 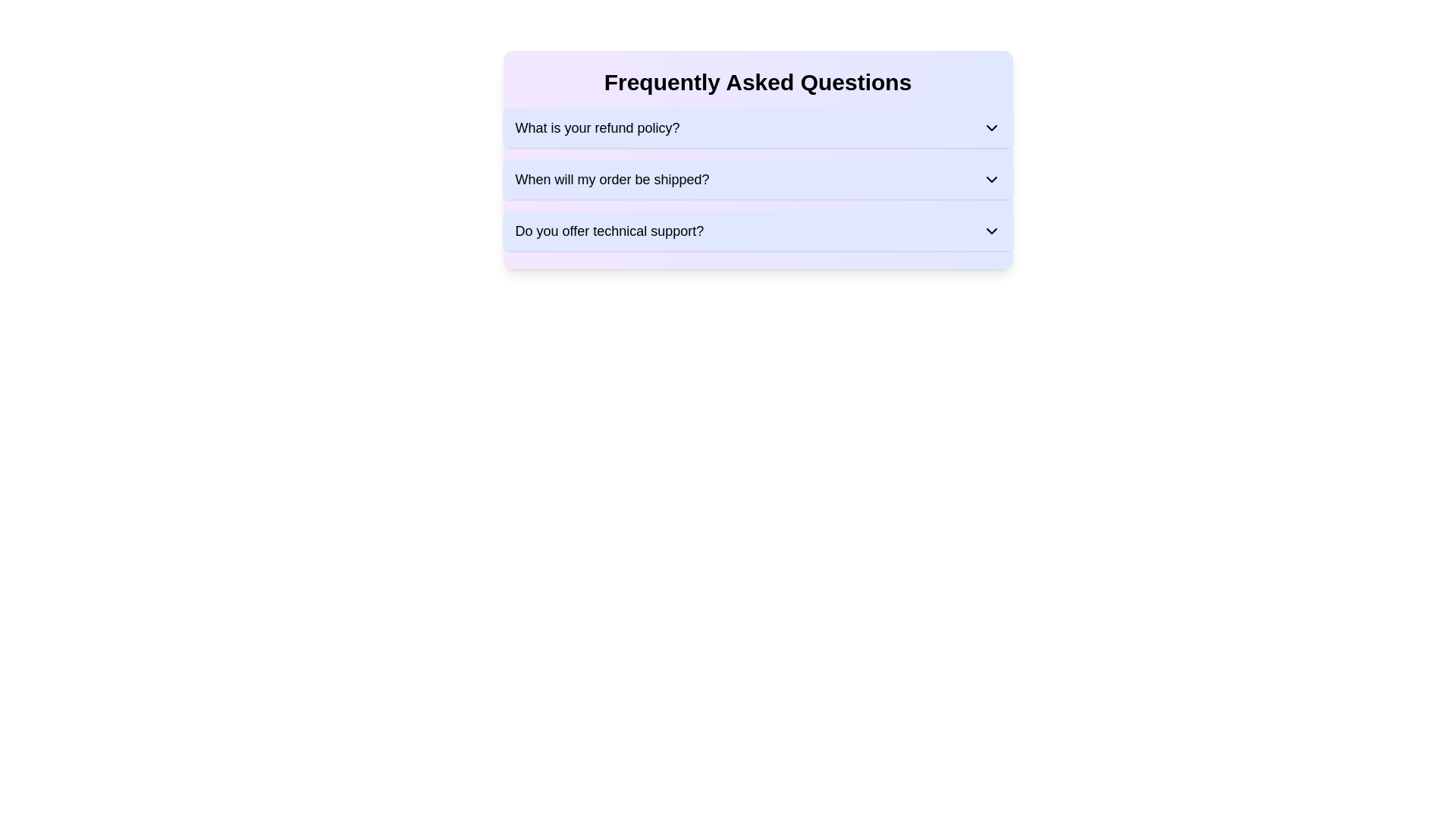 What do you see at coordinates (758, 231) in the screenshot?
I see `the Collapsible question panel that displays 'Do you offer technical support?'` at bounding box center [758, 231].